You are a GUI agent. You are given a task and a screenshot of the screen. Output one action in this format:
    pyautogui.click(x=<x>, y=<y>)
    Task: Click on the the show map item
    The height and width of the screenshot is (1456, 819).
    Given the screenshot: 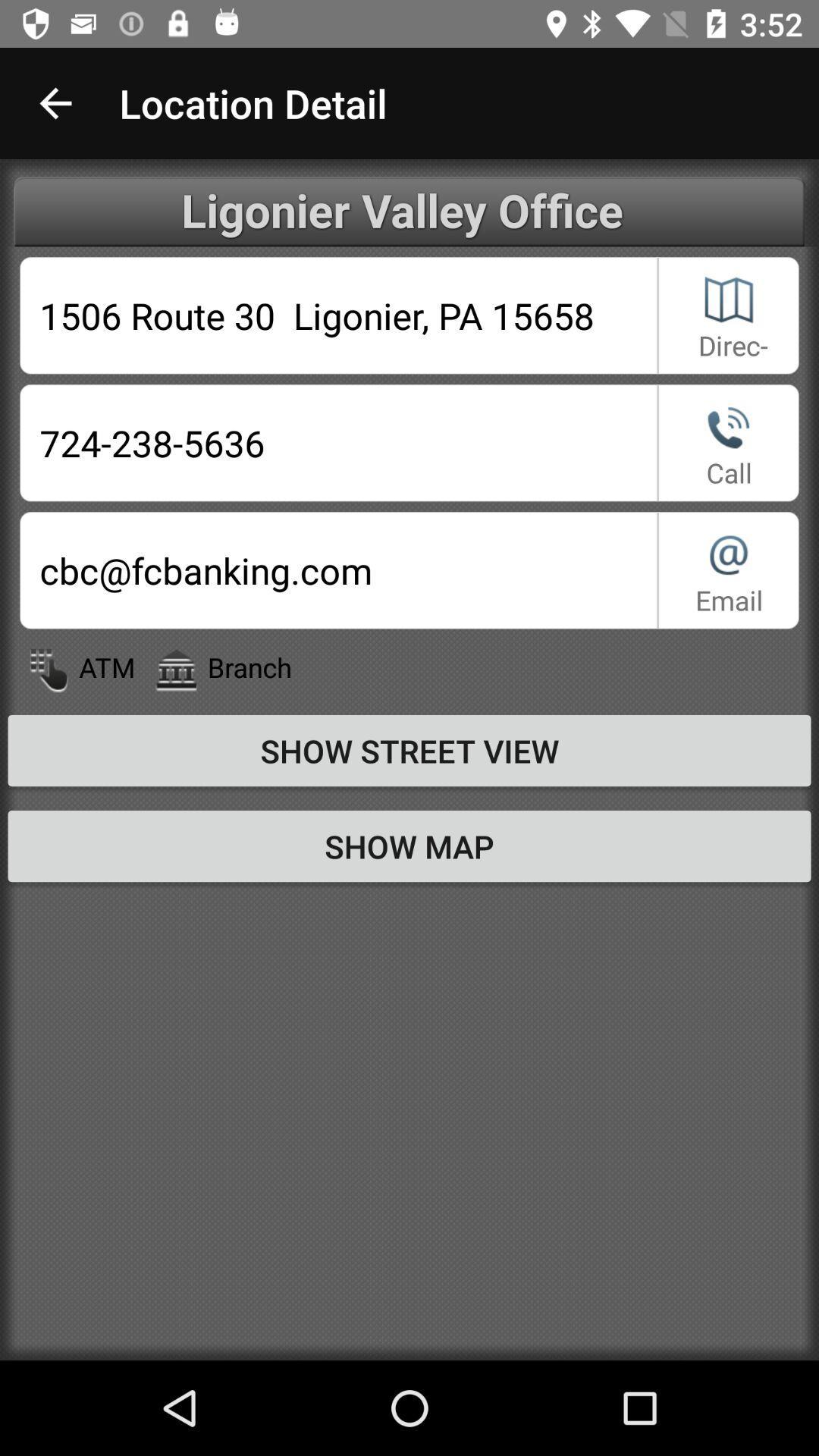 What is the action you would take?
    pyautogui.click(x=409, y=845)
    